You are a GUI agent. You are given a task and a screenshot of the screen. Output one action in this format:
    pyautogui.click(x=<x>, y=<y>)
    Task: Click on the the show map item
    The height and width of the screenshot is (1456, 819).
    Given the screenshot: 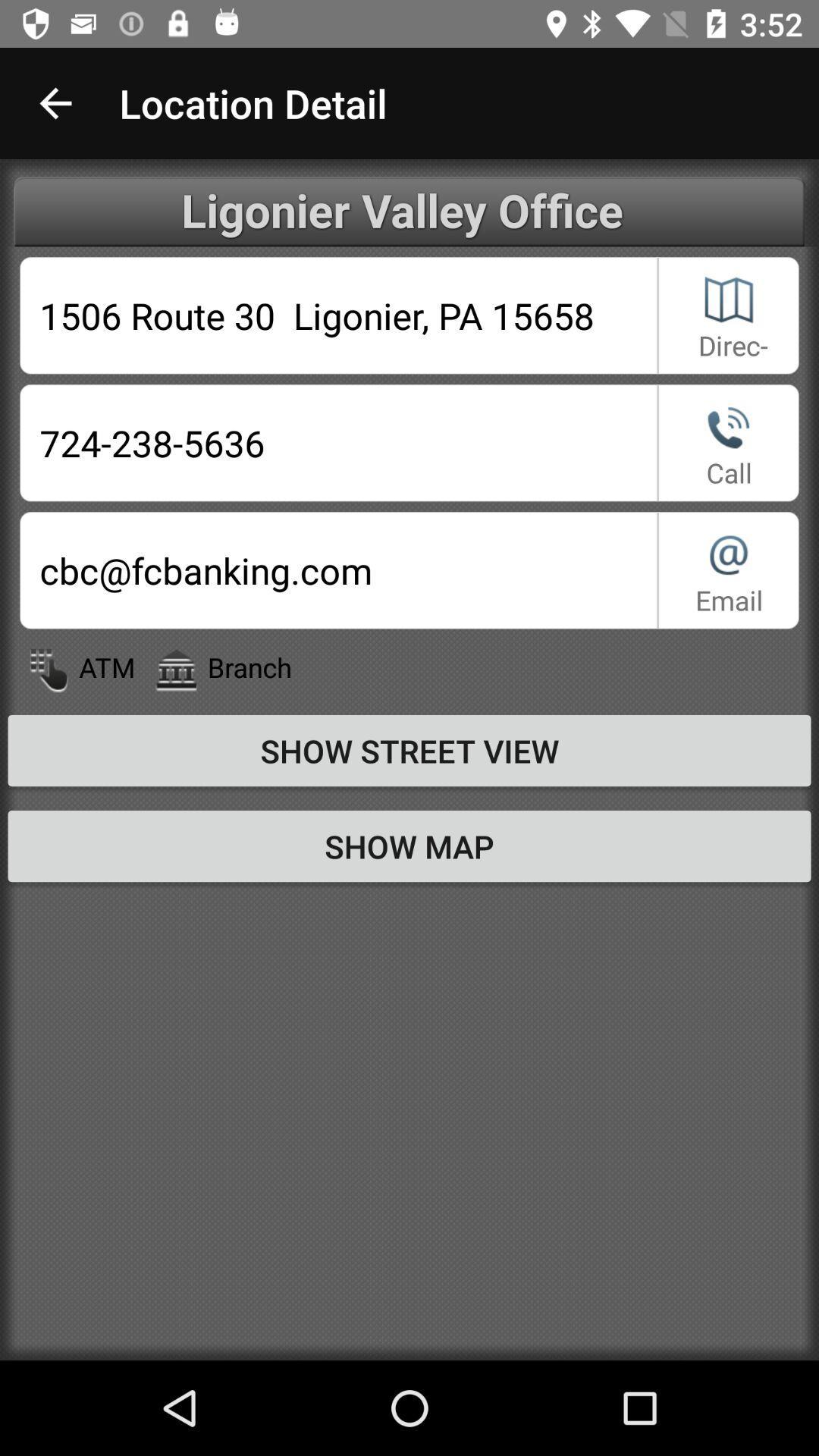 What is the action you would take?
    pyautogui.click(x=409, y=845)
    